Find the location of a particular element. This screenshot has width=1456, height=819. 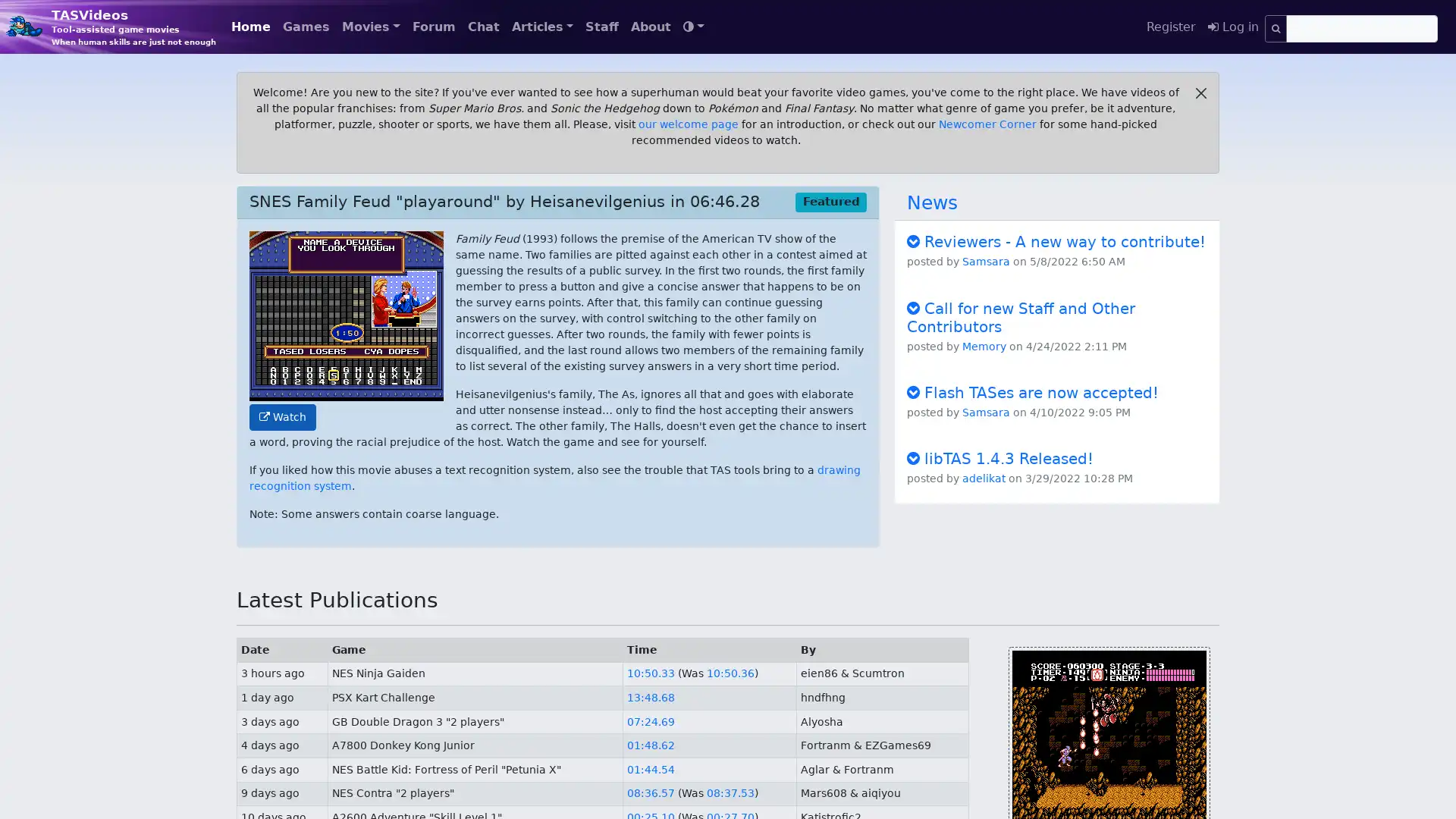

Reviewers - A new way to contribute! is located at coordinates (1055, 241).